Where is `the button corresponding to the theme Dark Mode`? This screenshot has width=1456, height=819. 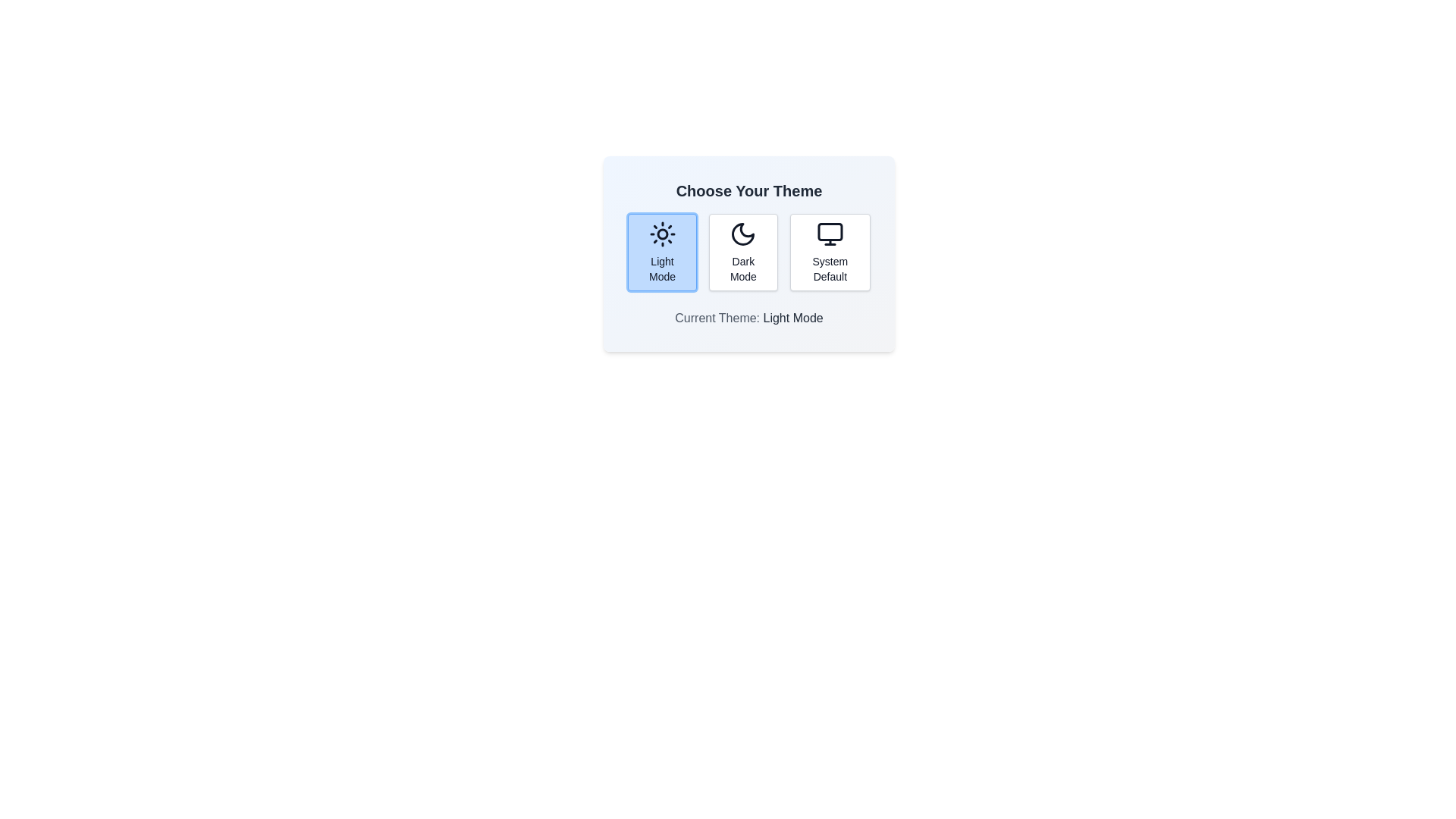
the button corresponding to the theme Dark Mode is located at coordinates (743, 251).